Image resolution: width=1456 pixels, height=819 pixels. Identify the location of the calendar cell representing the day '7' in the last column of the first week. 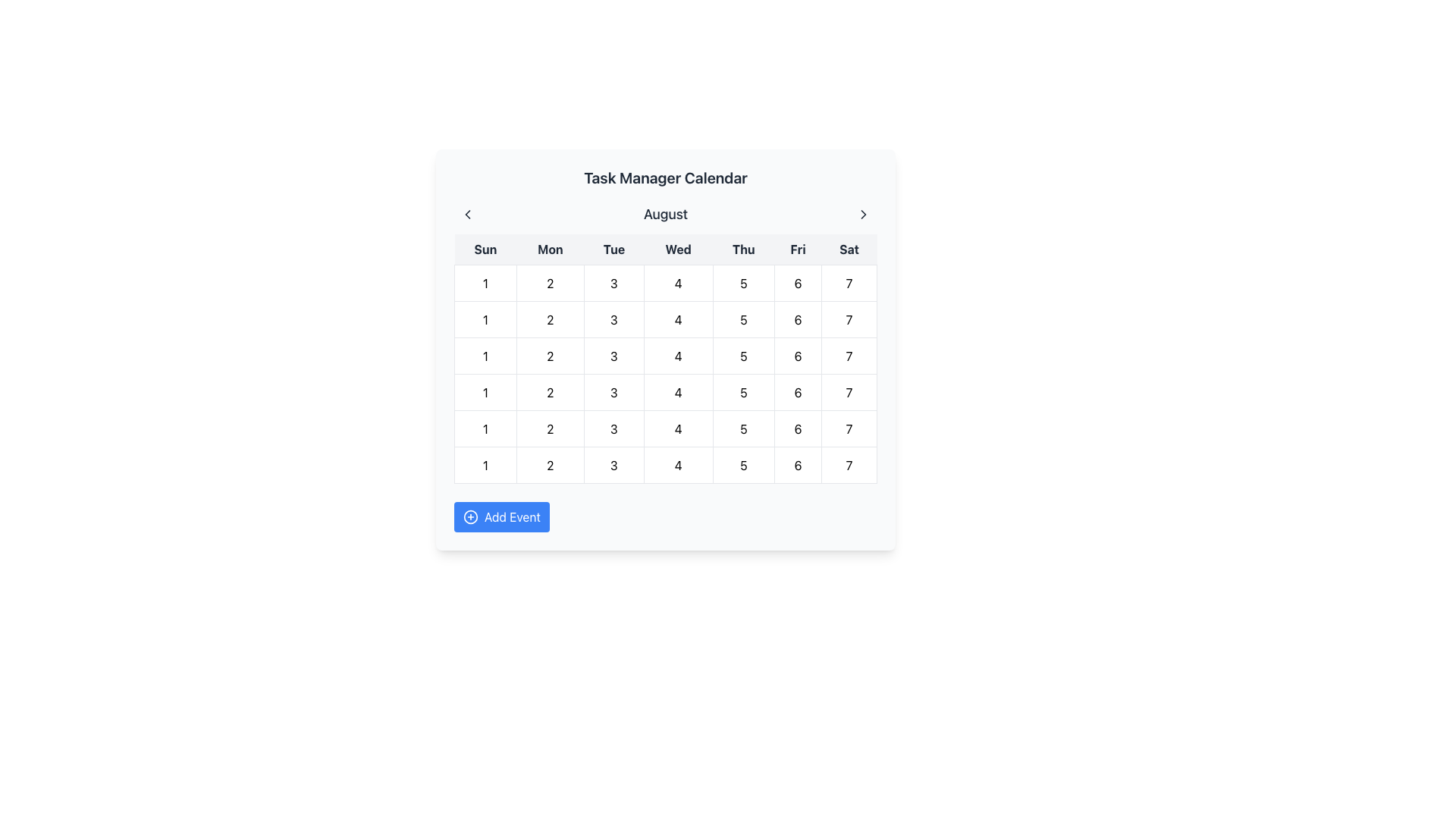
(848, 318).